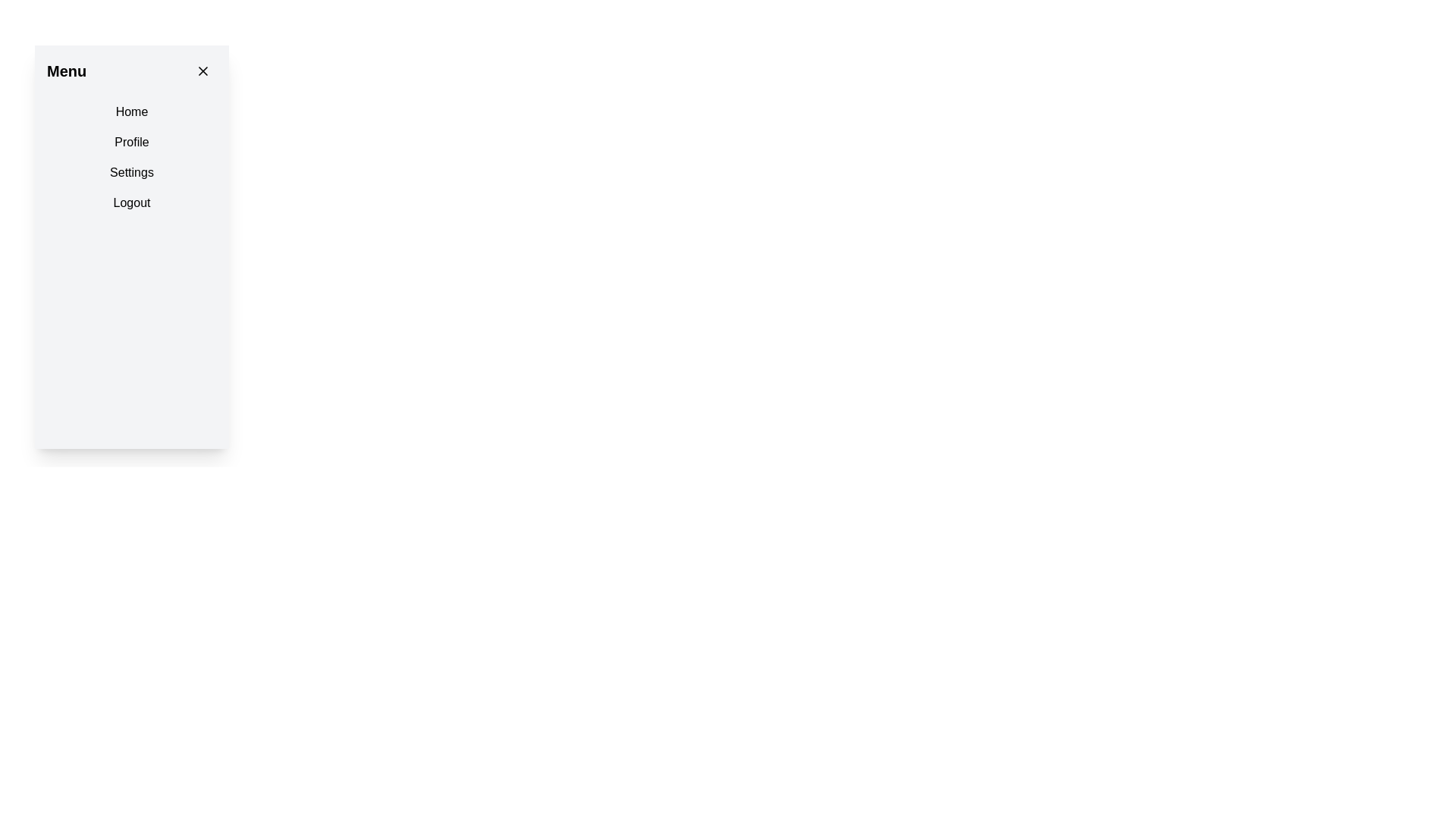  I want to click on the close button with a circular gray background and an 'X' icon, located at the top-right corner of the header bar containing the title 'Menu', so click(202, 71).